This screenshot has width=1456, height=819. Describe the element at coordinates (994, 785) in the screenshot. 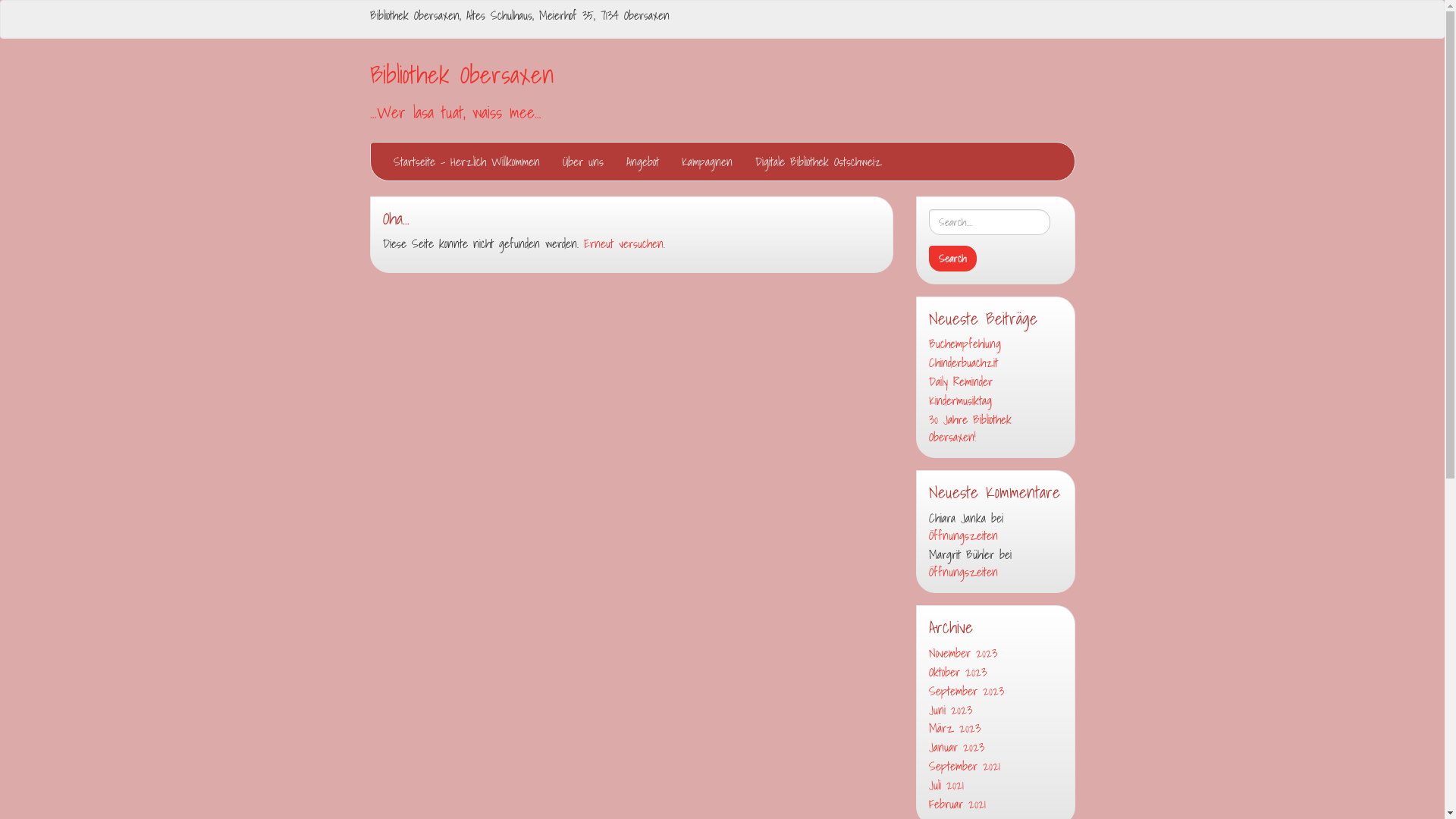

I see `'Juli 2021'` at that location.